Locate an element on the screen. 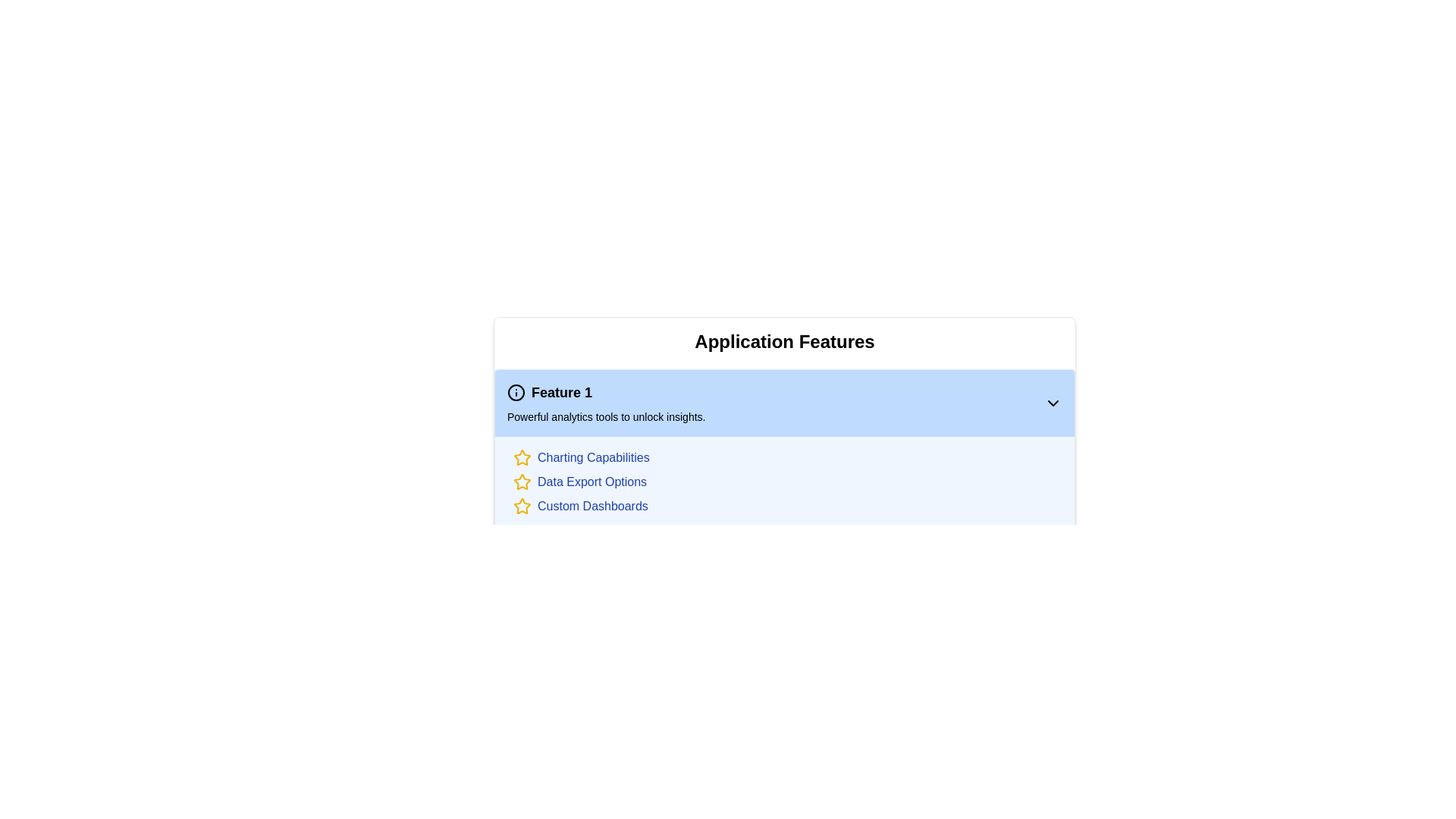  the Text label element located under the heading 'Feature 1', which contains the text 'Powerful analytics tools to unlock insights.' is located at coordinates (605, 417).